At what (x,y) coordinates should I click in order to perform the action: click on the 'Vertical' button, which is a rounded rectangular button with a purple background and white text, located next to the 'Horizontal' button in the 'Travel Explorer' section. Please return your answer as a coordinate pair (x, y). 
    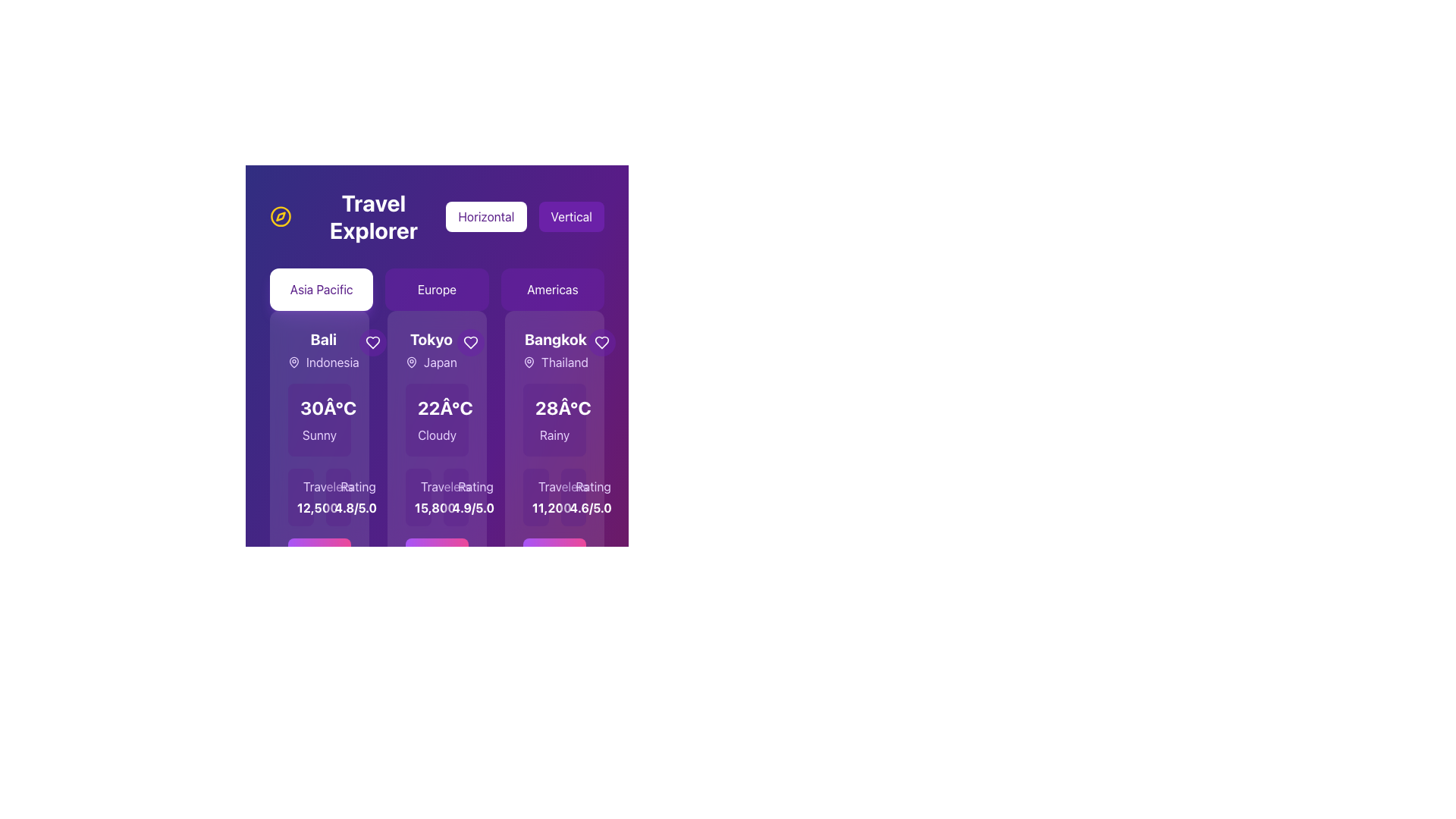
    Looking at the image, I should click on (570, 216).